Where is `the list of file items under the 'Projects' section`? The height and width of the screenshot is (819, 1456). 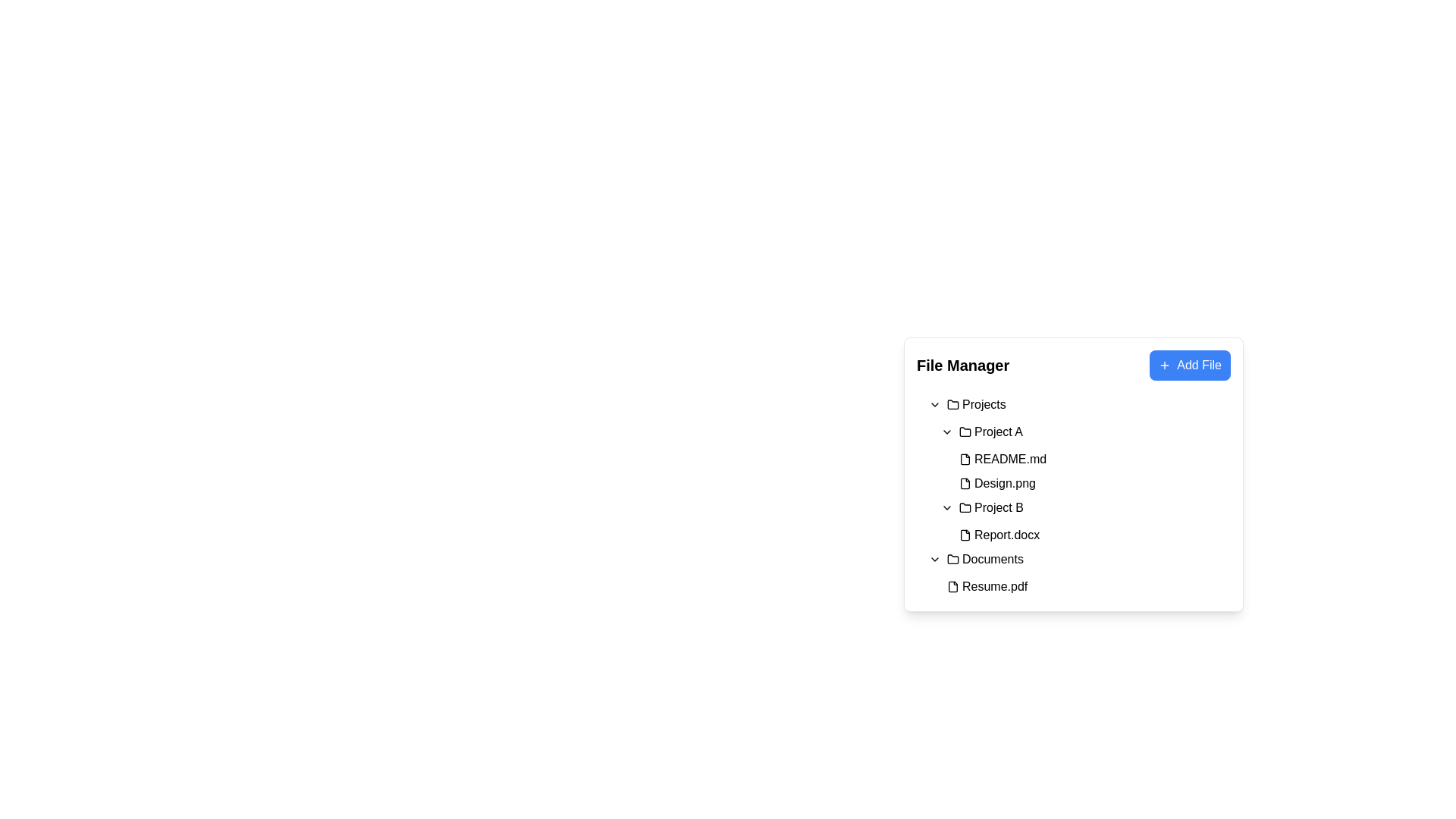
the list of file items under the 'Projects' section is located at coordinates (1073, 469).